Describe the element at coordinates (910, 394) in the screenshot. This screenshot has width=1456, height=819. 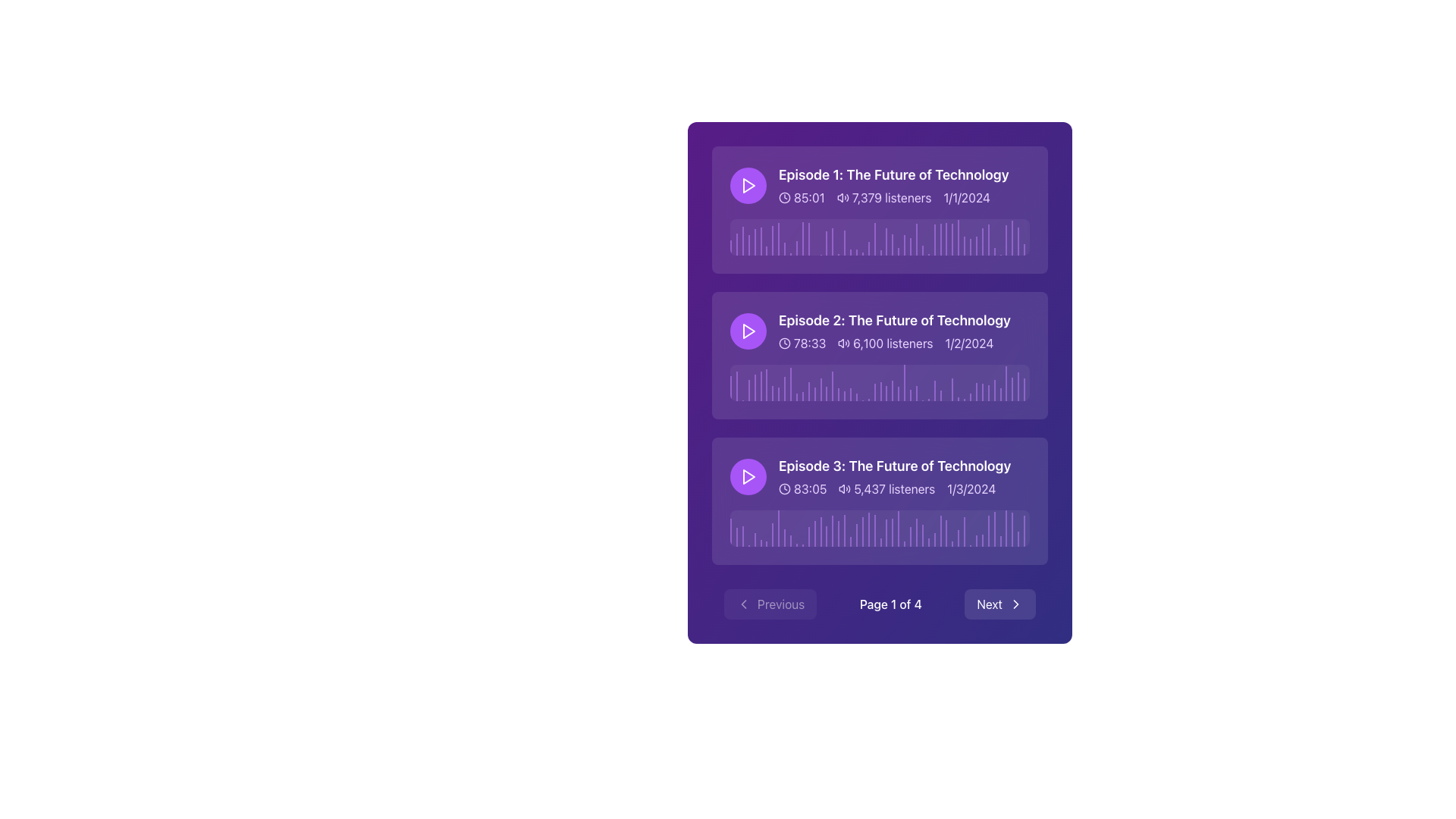
I see `the visual marker element, which is a thin vertical line within a waveform representation for audio content, styled with a semi-transparent purple background, located at the center of the horizontal waveform bar` at that location.